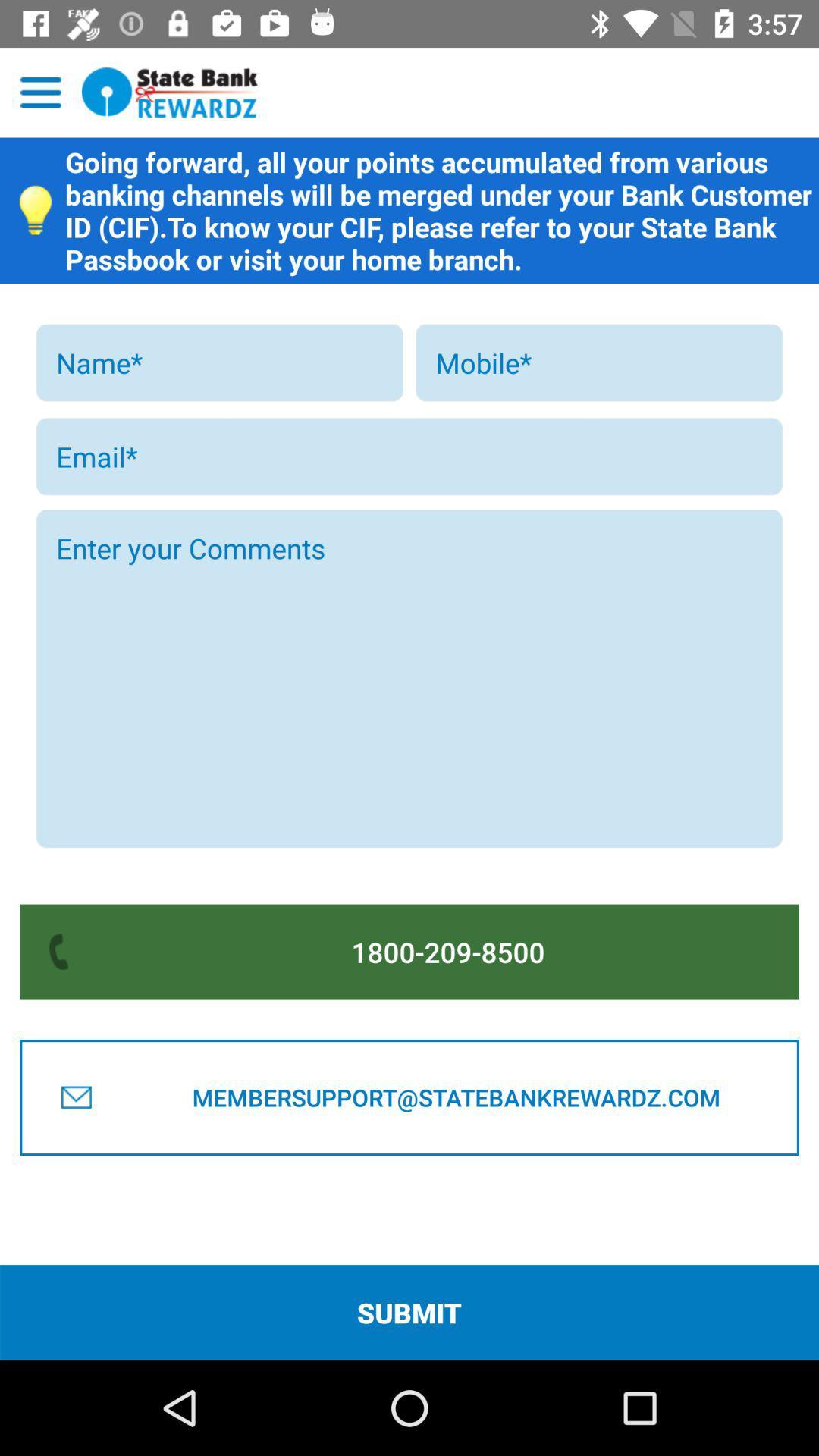 The height and width of the screenshot is (1456, 819). What do you see at coordinates (409, 456) in the screenshot?
I see `email address` at bounding box center [409, 456].